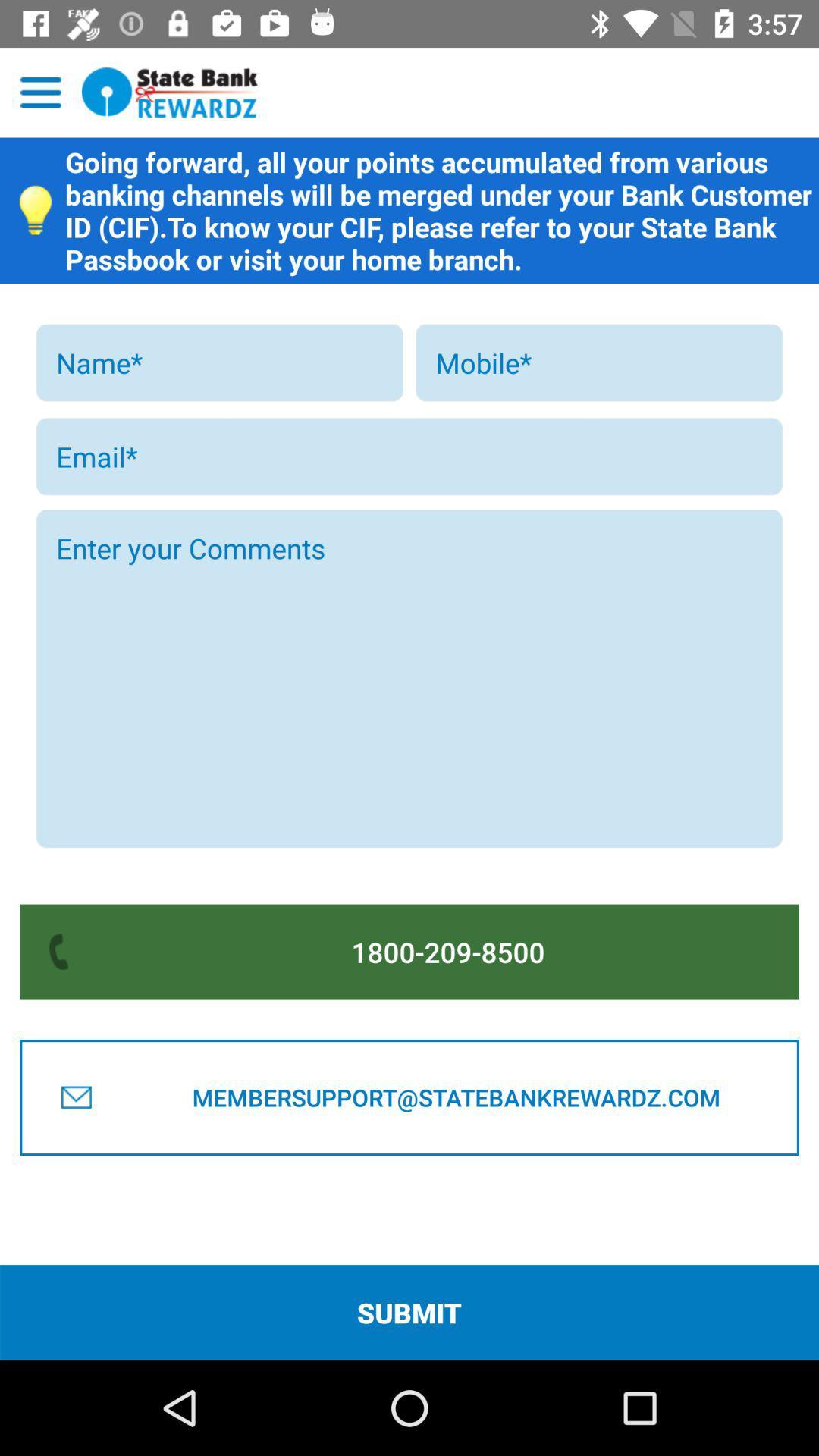 The height and width of the screenshot is (1456, 819). What do you see at coordinates (409, 456) in the screenshot?
I see `email address` at bounding box center [409, 456].